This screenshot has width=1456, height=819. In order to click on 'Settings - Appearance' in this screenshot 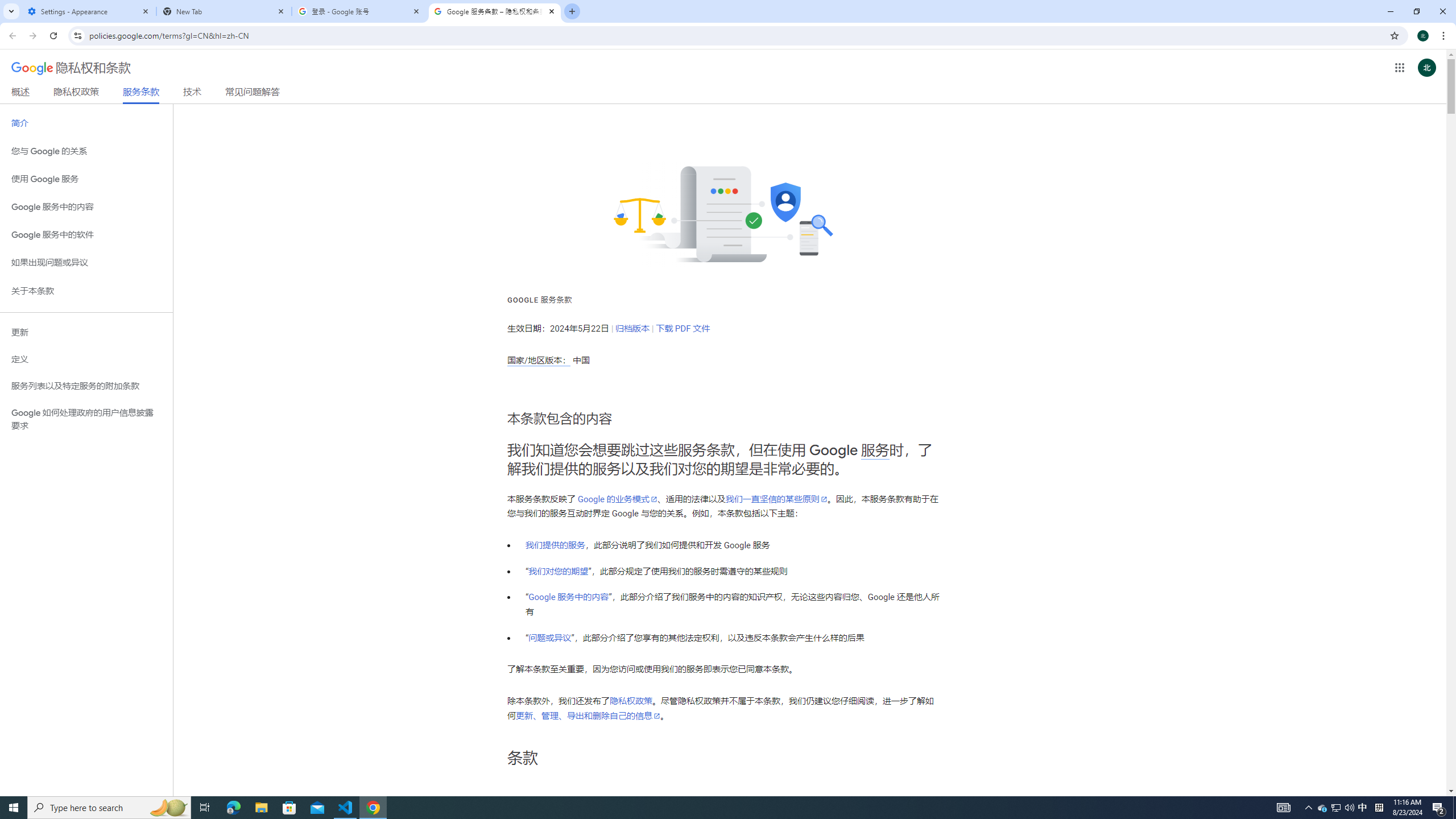, I will do `click(88, 11)`.